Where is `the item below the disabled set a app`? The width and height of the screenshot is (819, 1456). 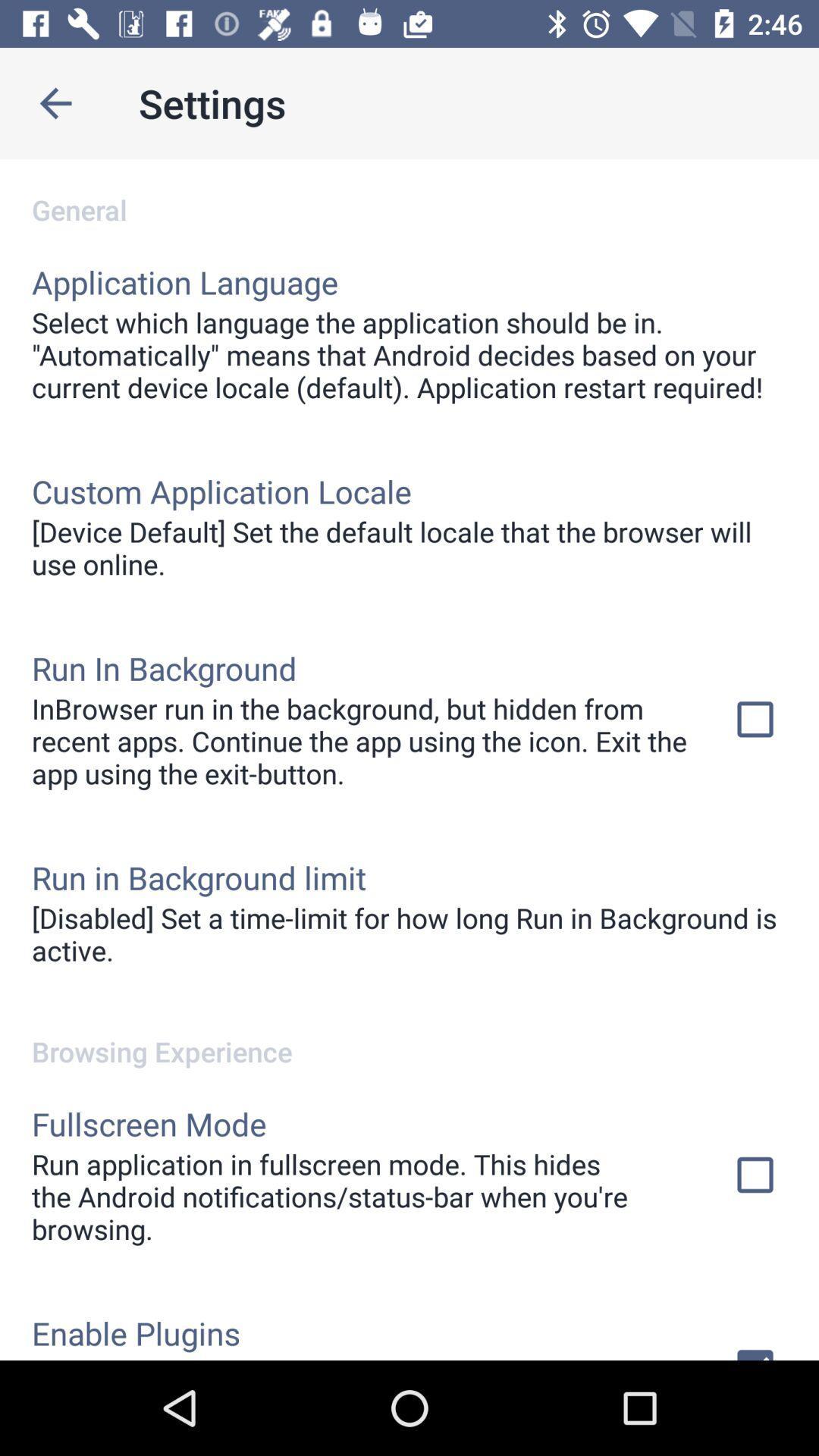 the item below the disabled set a app is located at coordinates (409, 1034).